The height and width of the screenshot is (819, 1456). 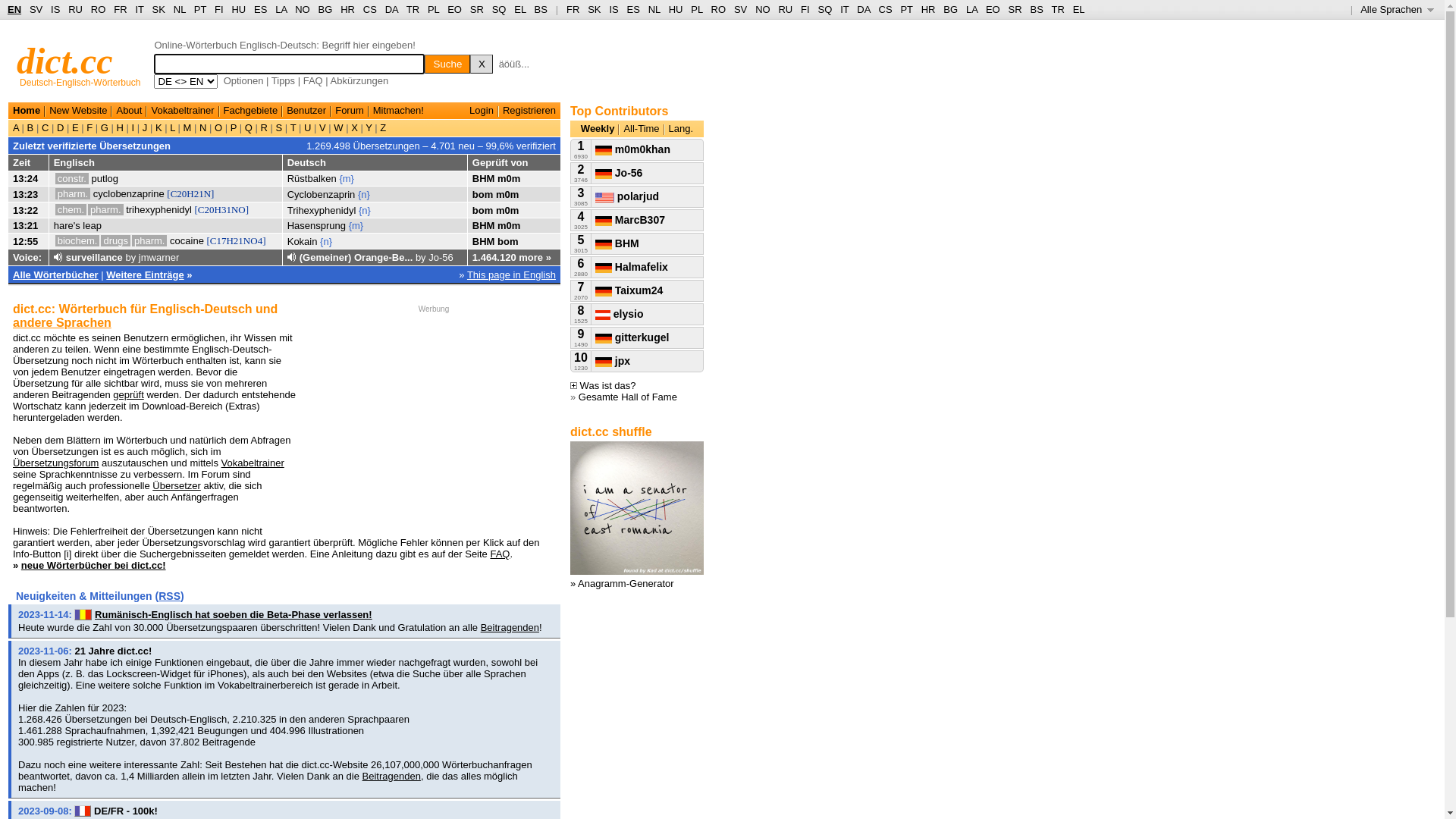 I want to click on 'hare's leap', so click(x=77, y=225).